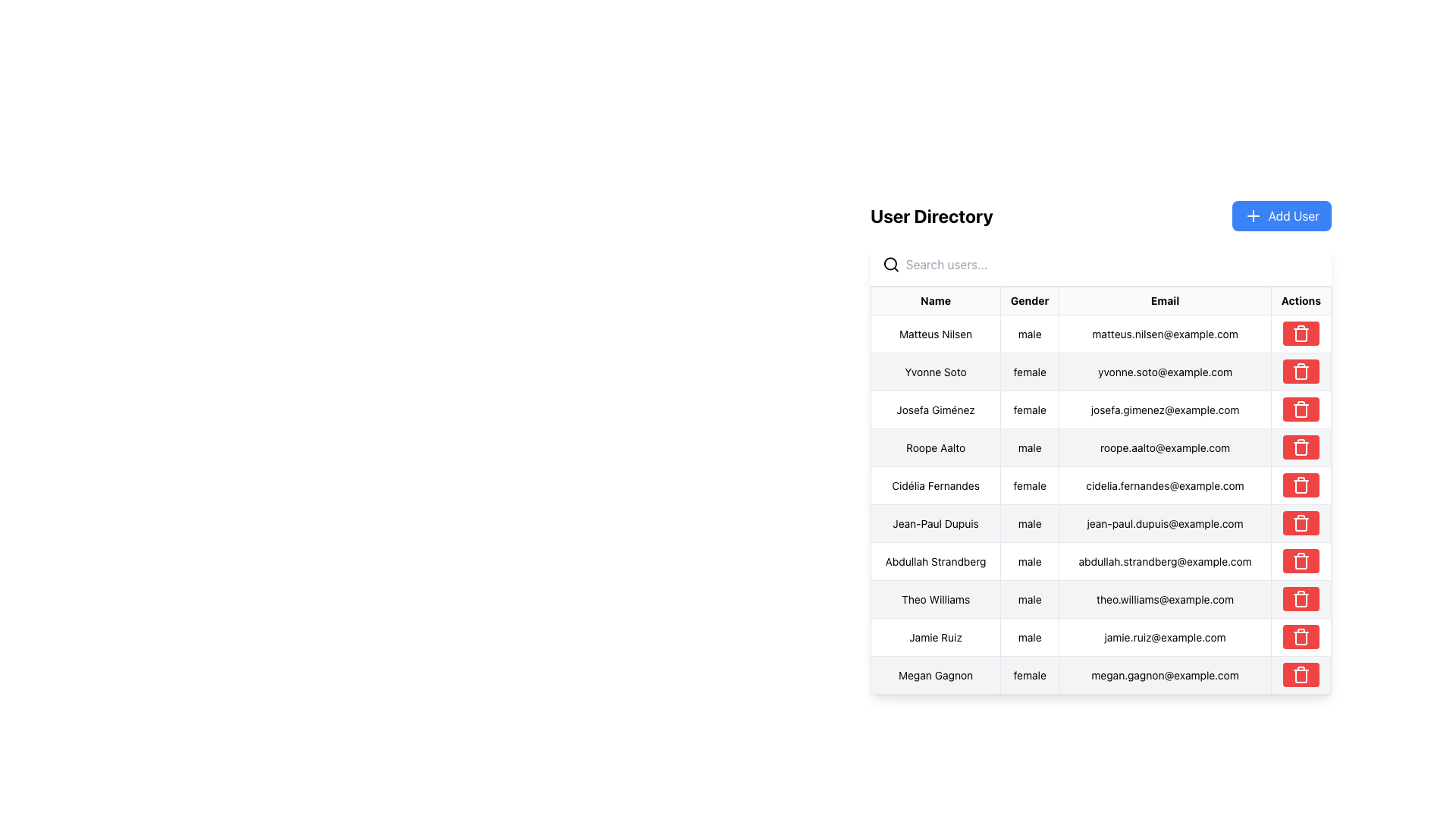 The width and height of the screenshot is (1456, 819). Describe the element at coordinates (1300, 598) in the screenshot. I see `the red rectangular button with a trash-can icon` at that location.